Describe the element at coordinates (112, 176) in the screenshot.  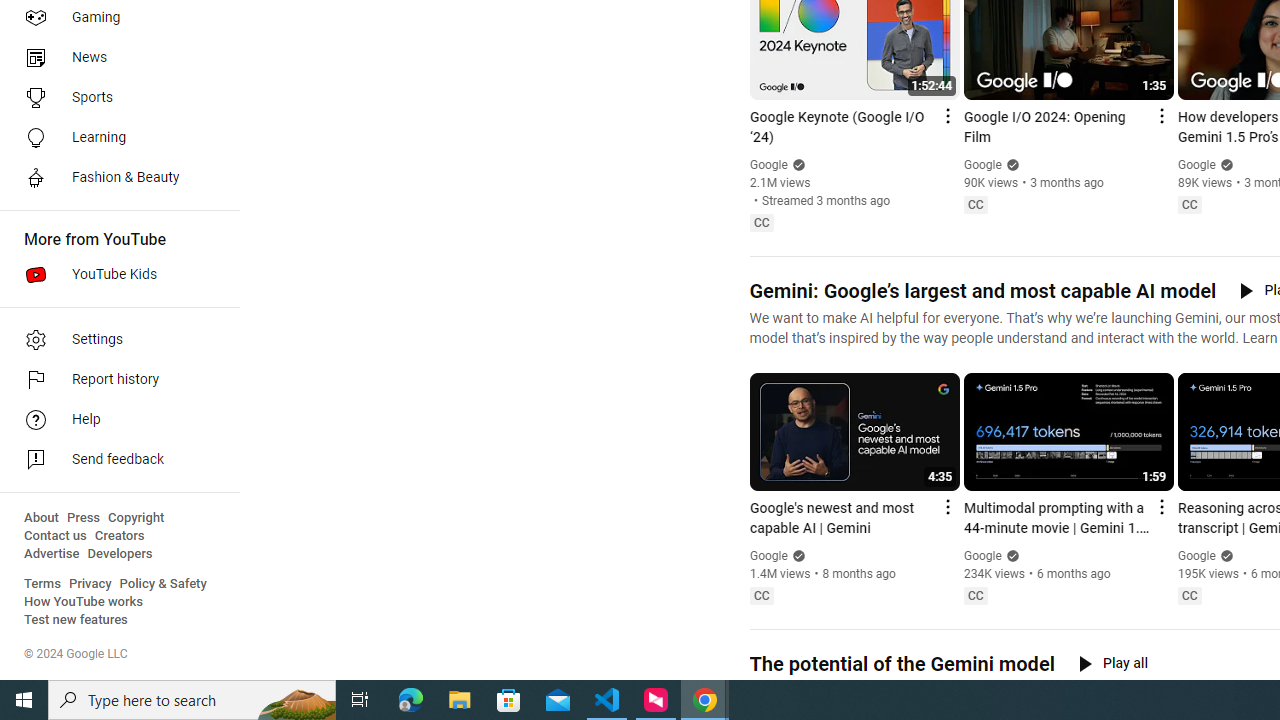
I see `'Fashion & Beauty'` at that location.